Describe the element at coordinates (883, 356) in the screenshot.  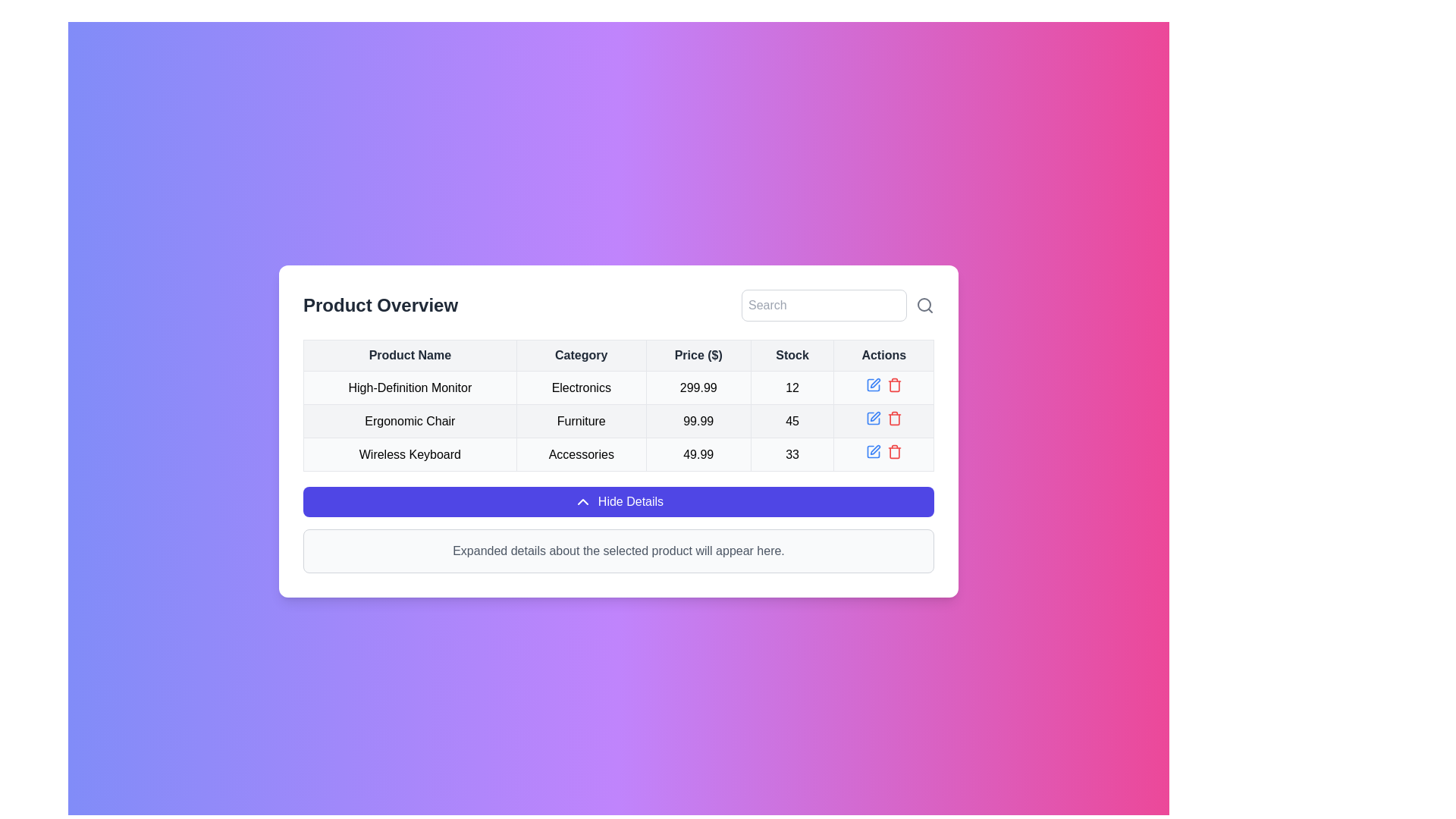
I see `the table header cell labeled 'Actions', which is the fifth and last item in the header row, located at the far right with bold, dark font and a consistent border` at that location.